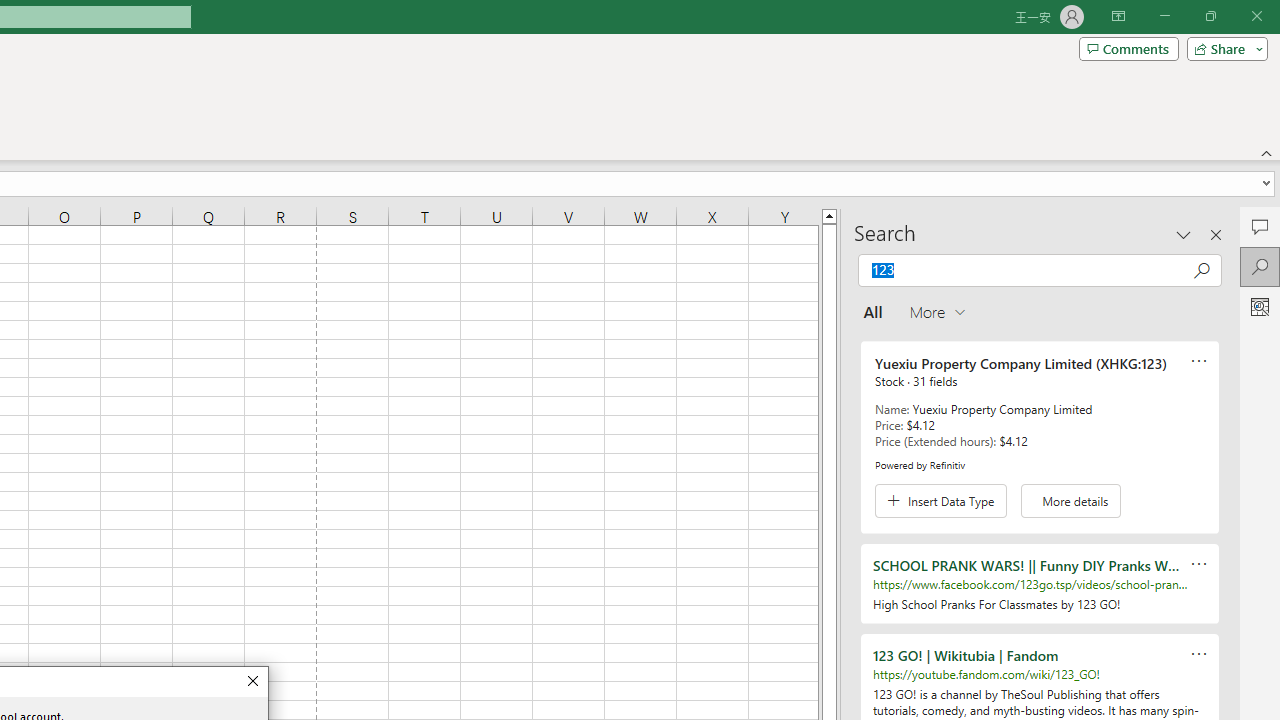  What do you see at coordinates (1128, 47) in the screenshot?
I see `'Comments'` at bounding box center [1128, 47].